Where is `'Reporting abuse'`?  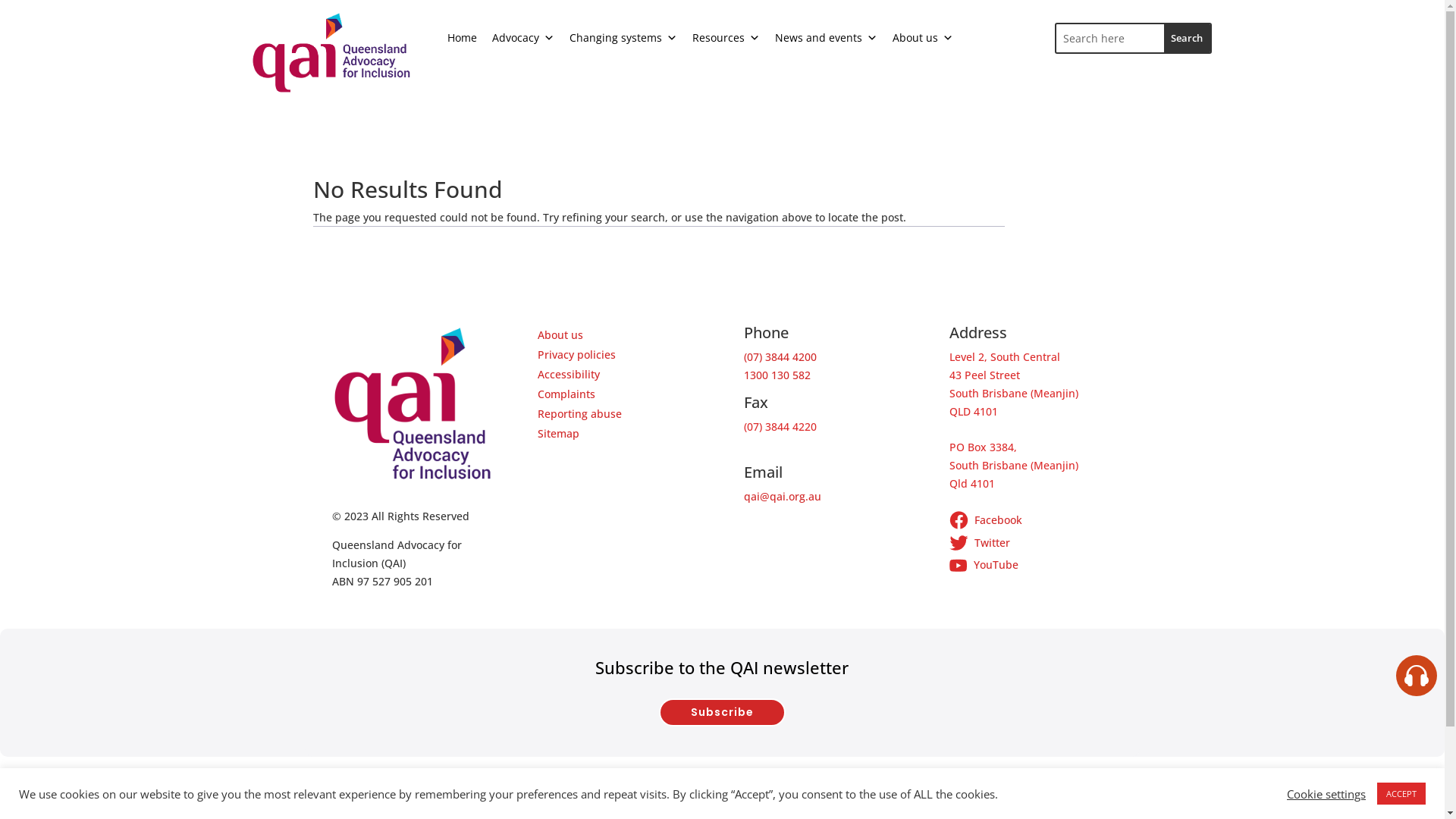
'Reporting abuse' is located at coordinates (538, 413).